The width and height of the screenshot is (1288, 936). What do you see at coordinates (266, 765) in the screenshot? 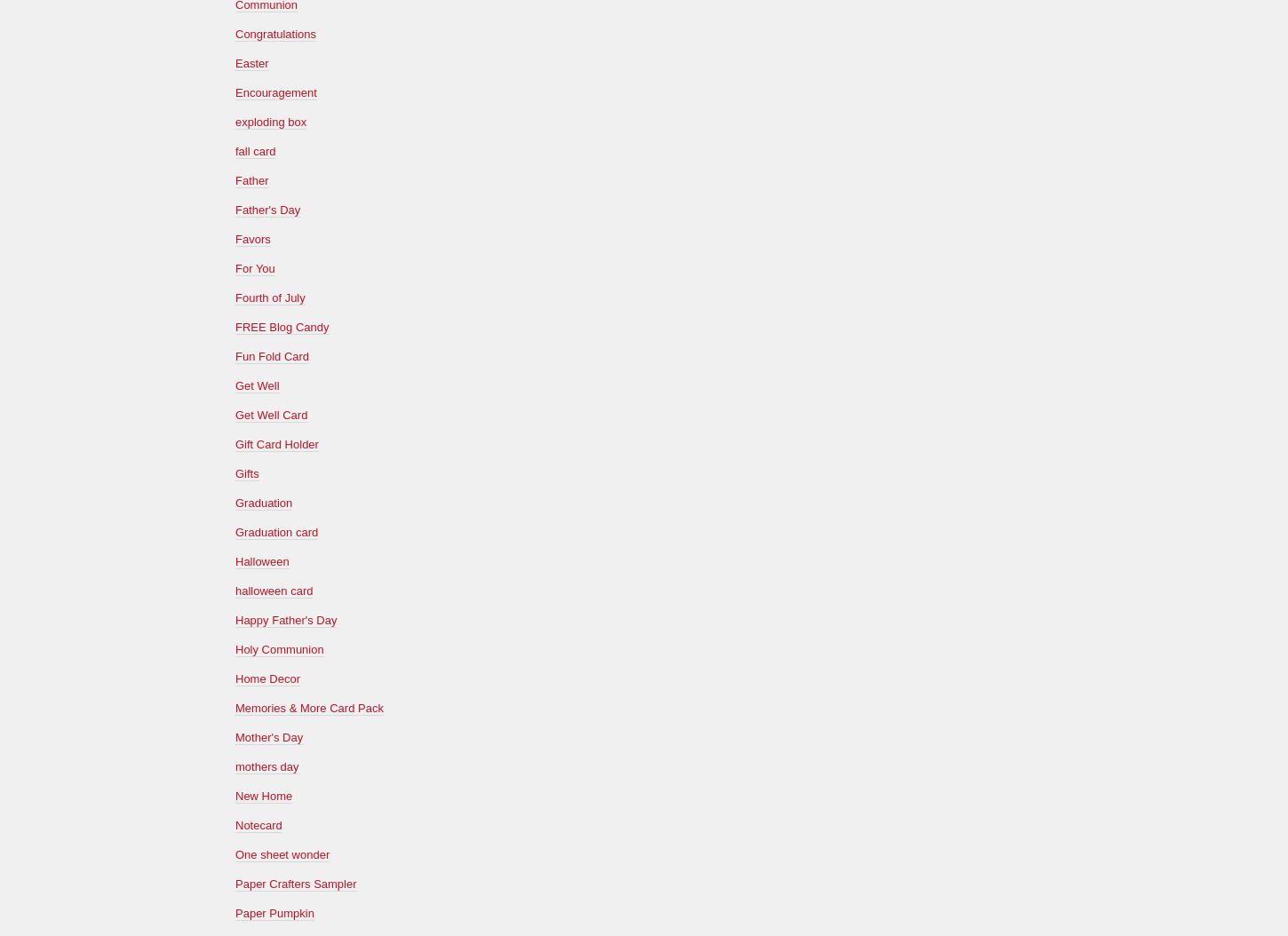
I see `'mothers day'` at bounding box center [266, 765].